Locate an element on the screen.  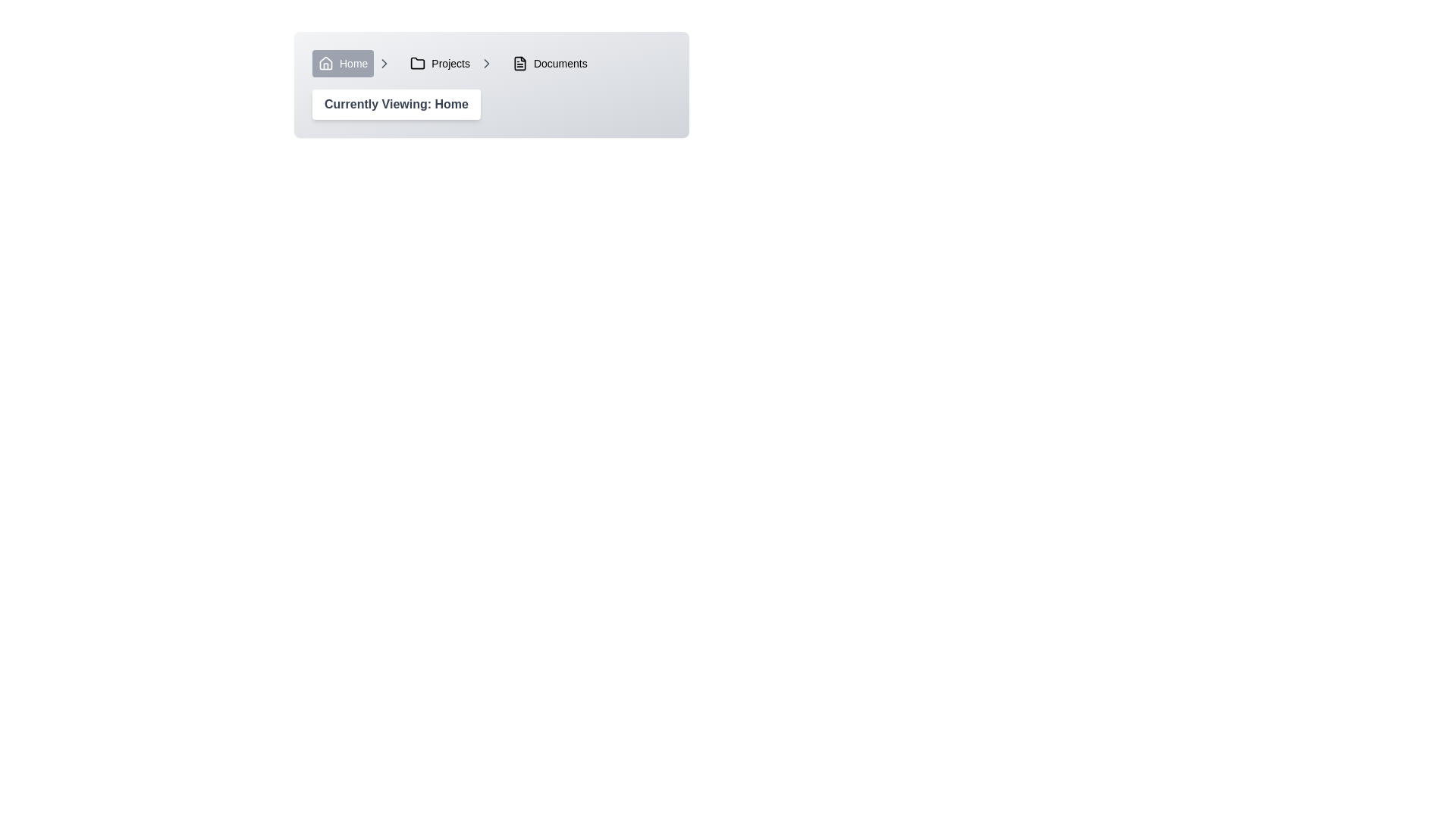
the folder icon representing the 'Projects' section in the navigation bar, located at the top-left corner of the interface is located at coordinates (418, 63).